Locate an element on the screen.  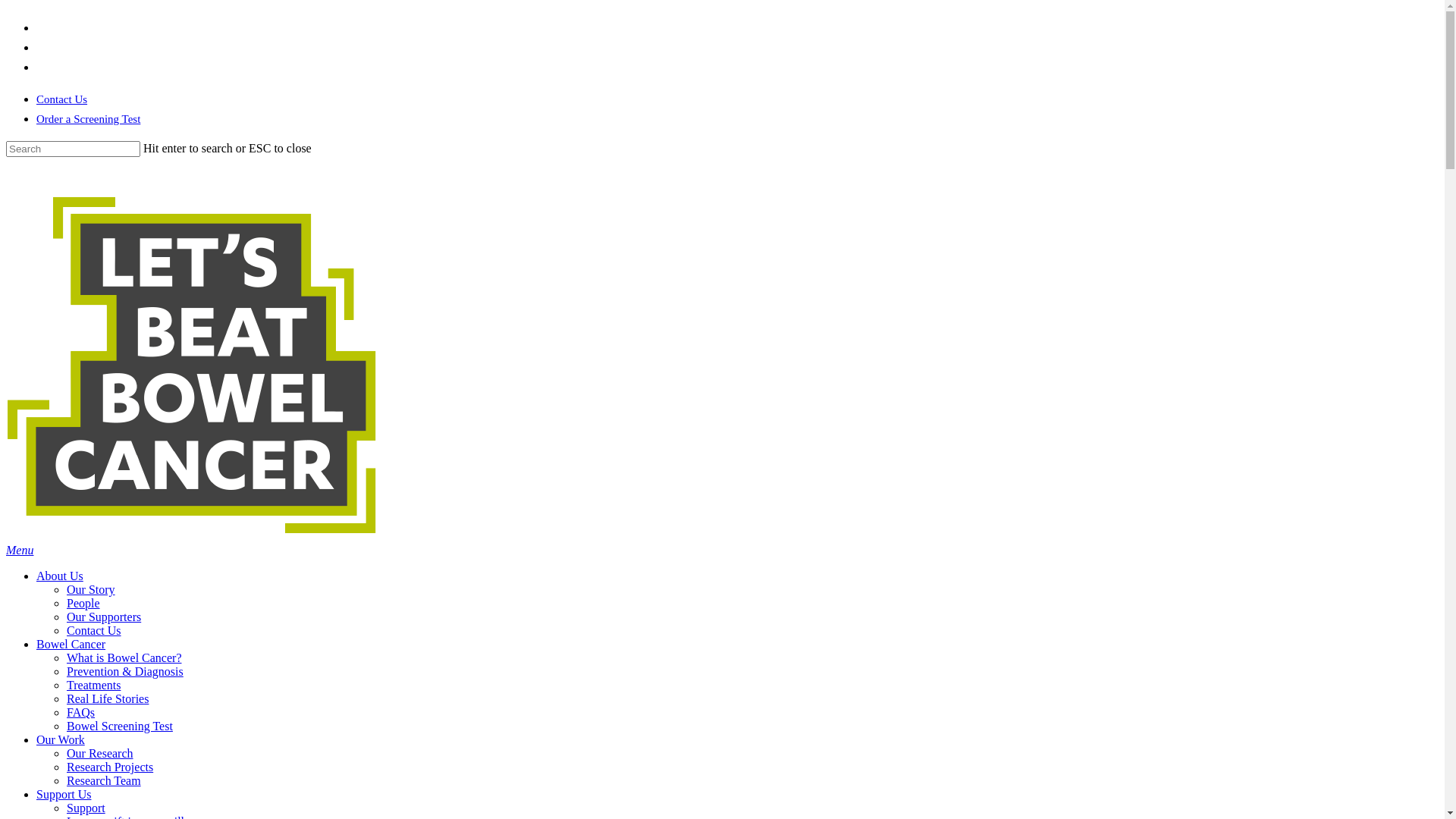
'Research Projects' is located at coordinates (65, 767).